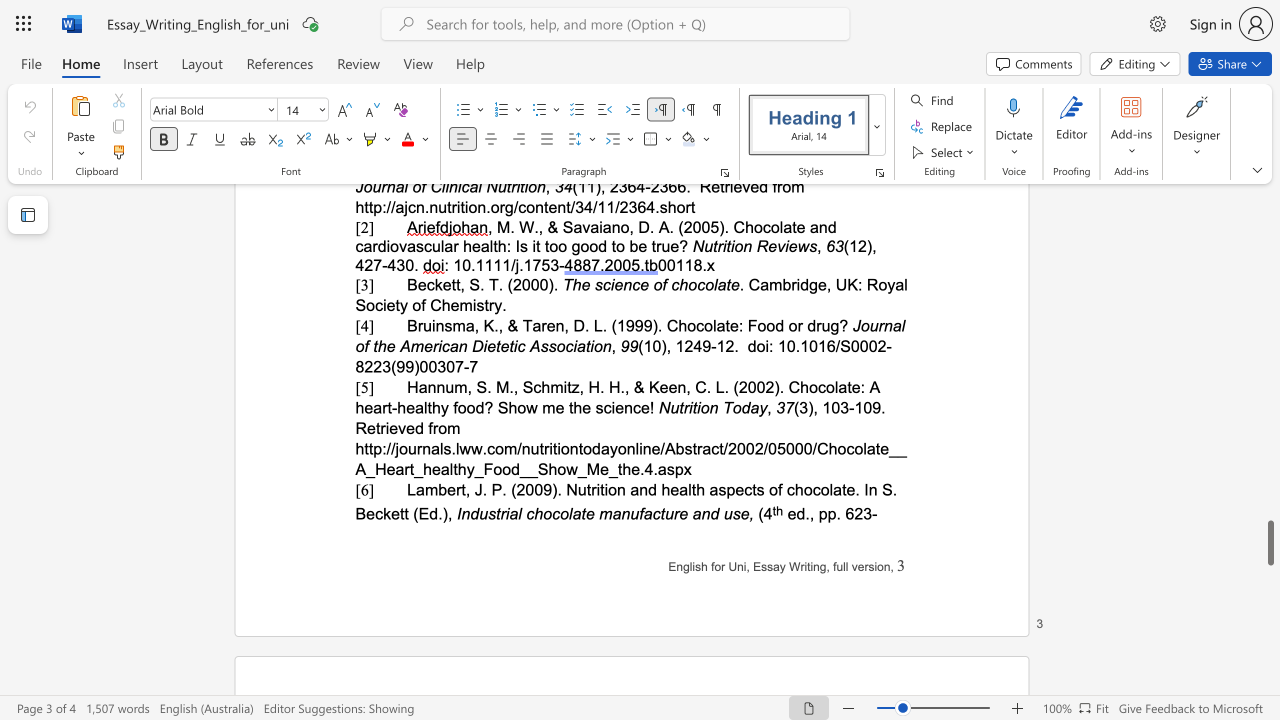 Image resolution: width=1280 pixels, height=720 pixels. What do you see at coordinates (1269, 328) in the screenshot?
I see `the side scrollbar to bring the page up` at bounding box center [1269, 328].